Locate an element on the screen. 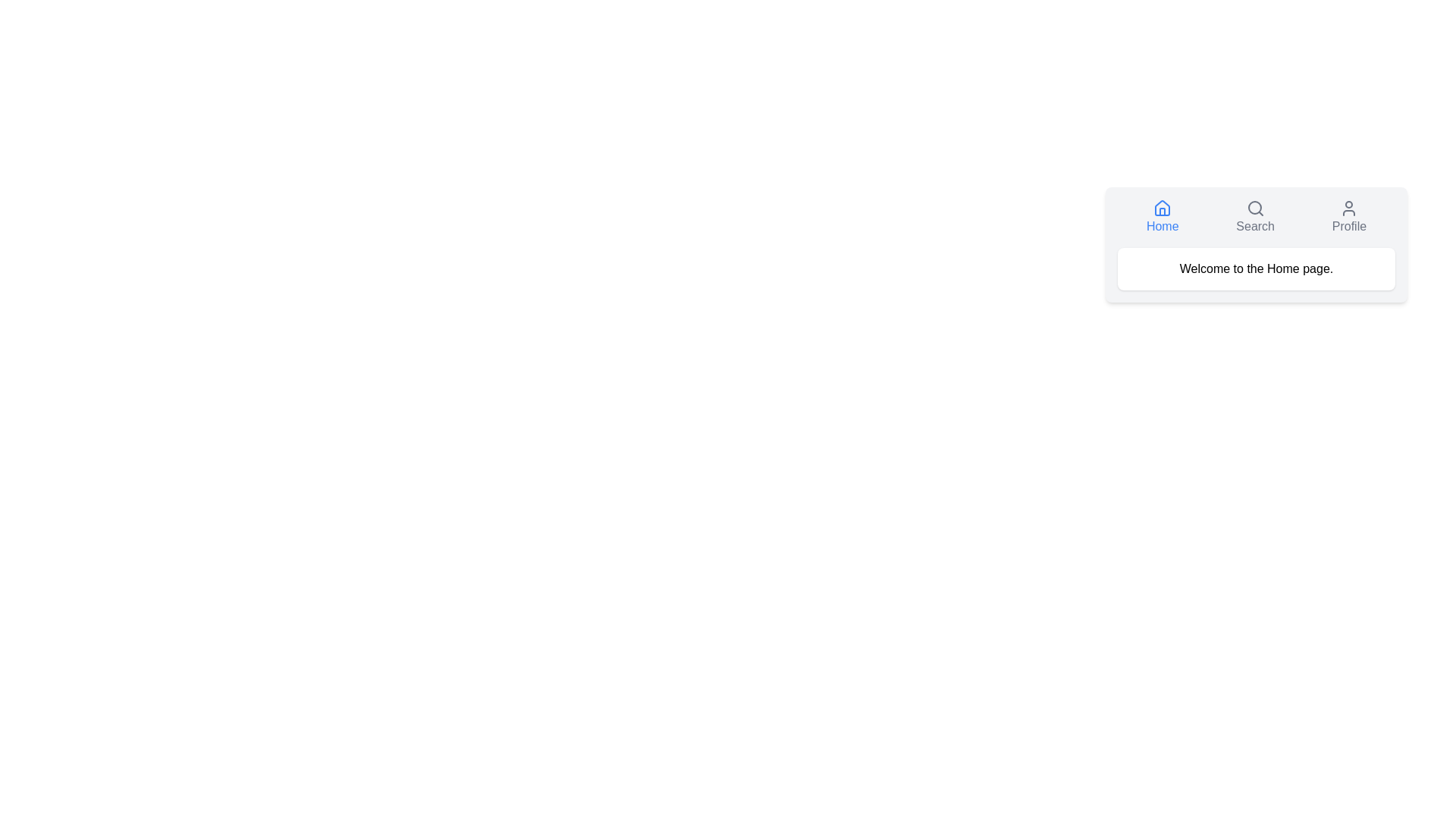 This screenshot has width=1456, height=819. the 'Search' icon with label is located at coordinates (1255, 217).